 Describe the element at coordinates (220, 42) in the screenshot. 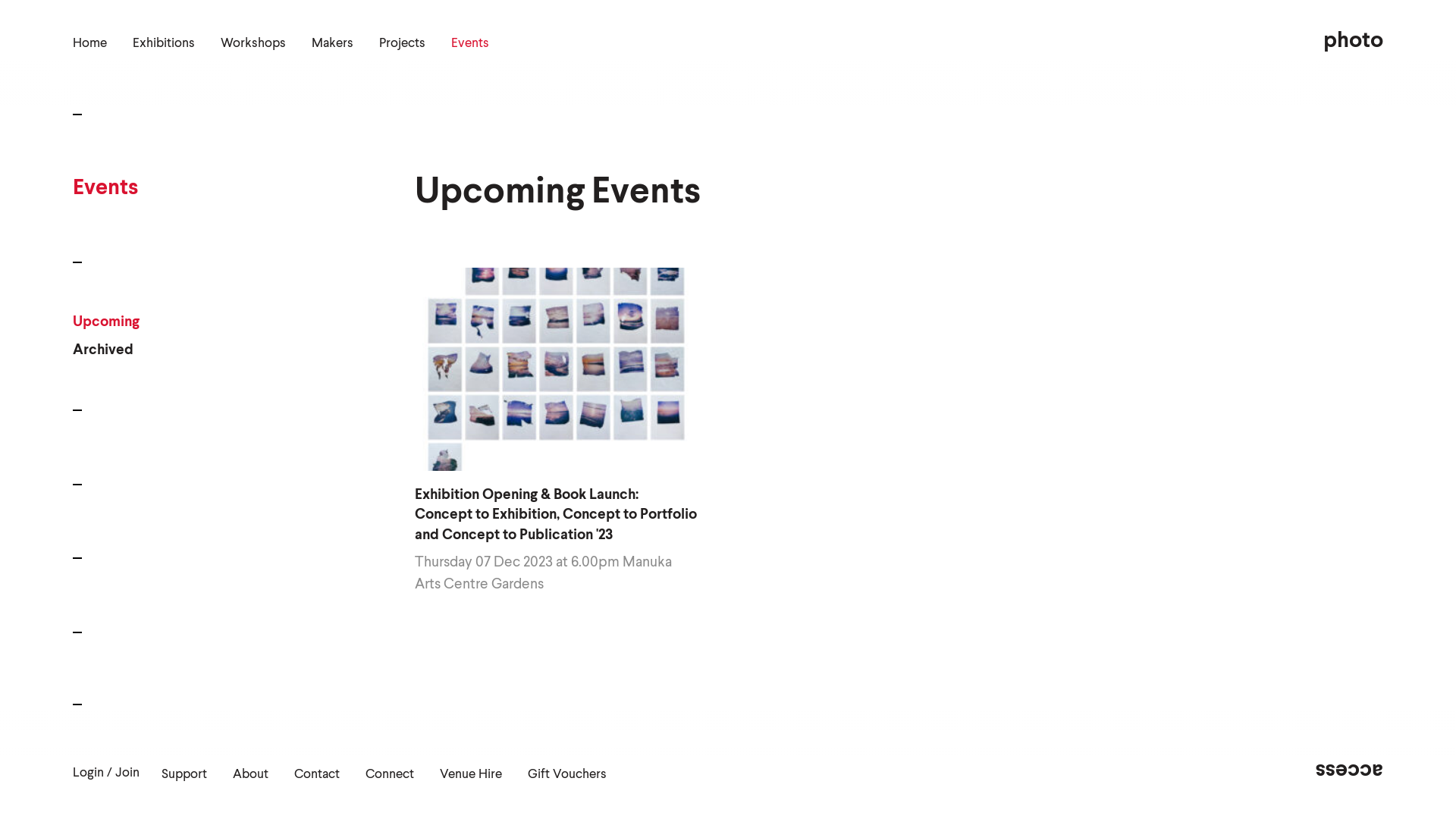

I see `'Workshops'` at that location.